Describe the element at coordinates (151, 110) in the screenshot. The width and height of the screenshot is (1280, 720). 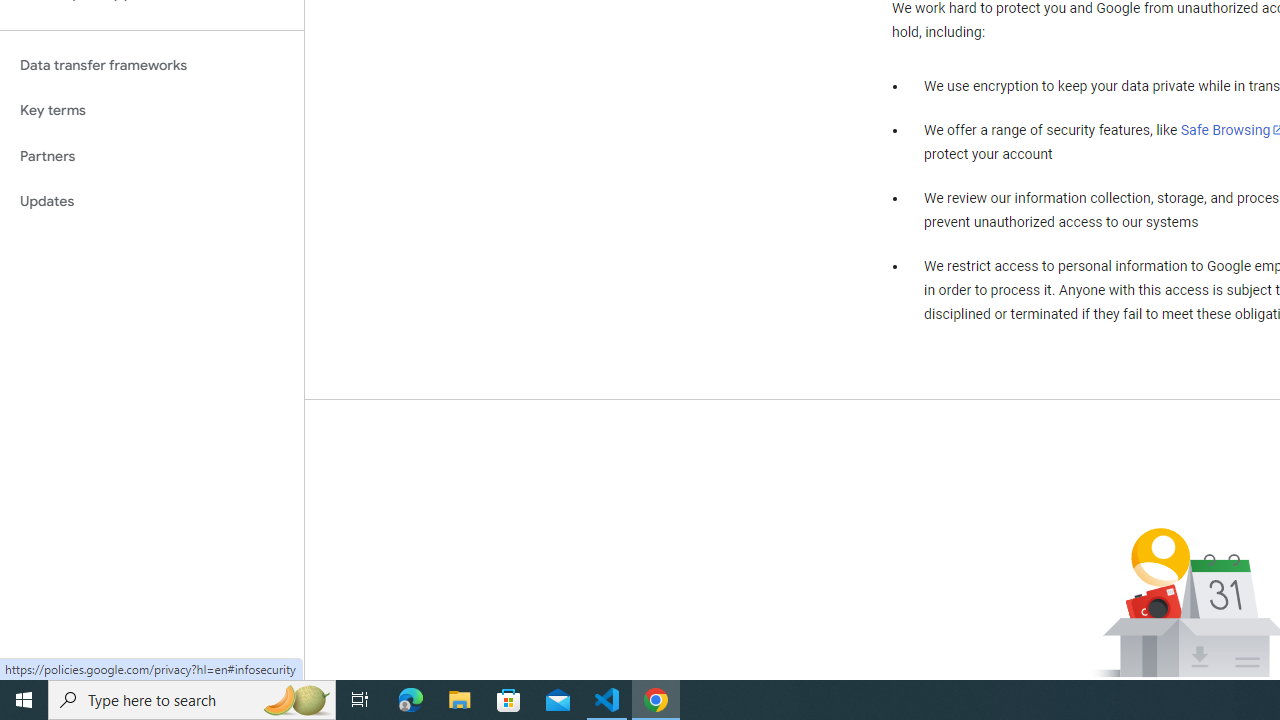
I see `'Key terms'` at that location.